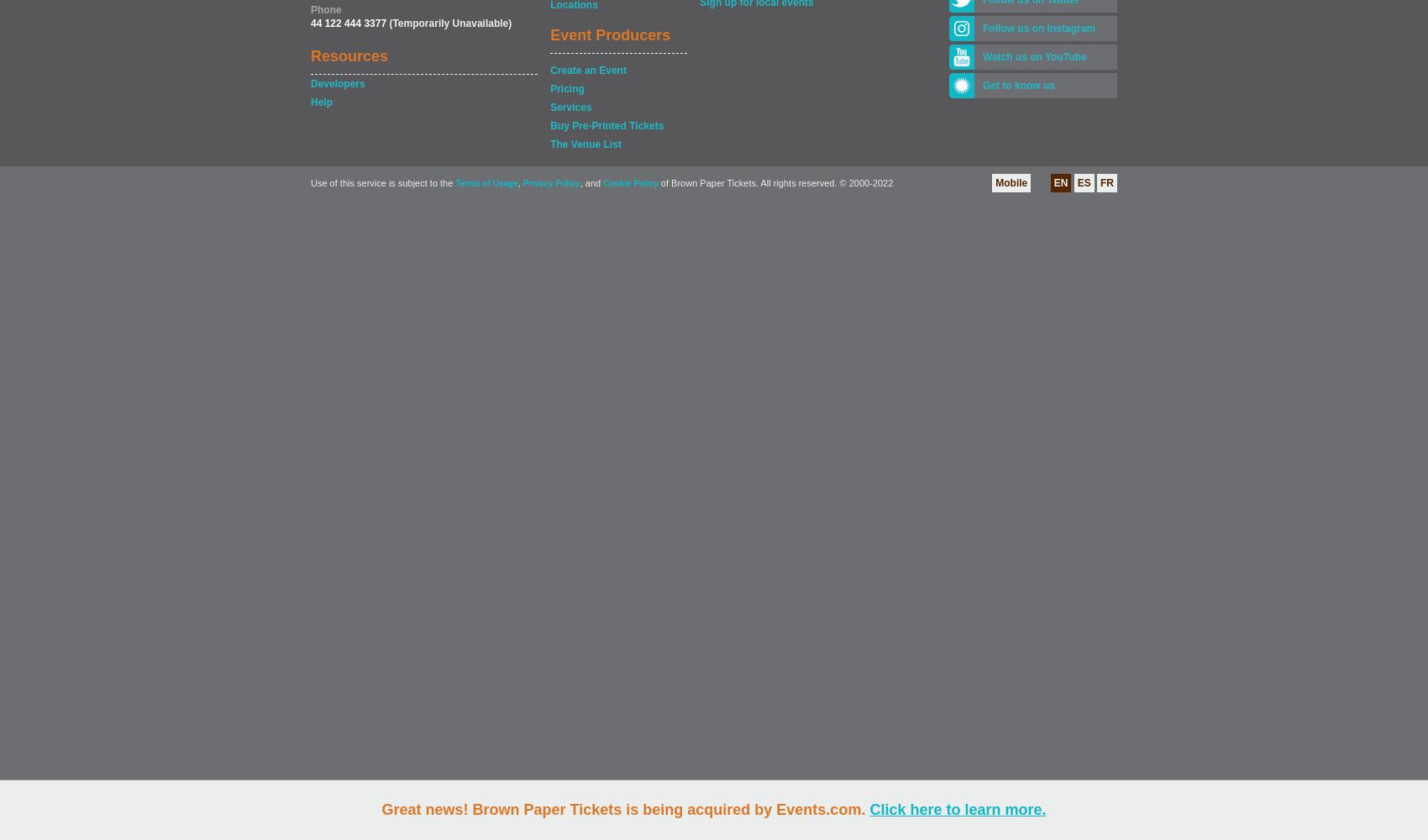 This screenshot has width=1428, height=840. What do you see at coordinates (625, 809) in the screenshot?
I see `'Great news! Brown Paper Tickets is being acquired by Events.com.'` at bounding box center [625, 809].